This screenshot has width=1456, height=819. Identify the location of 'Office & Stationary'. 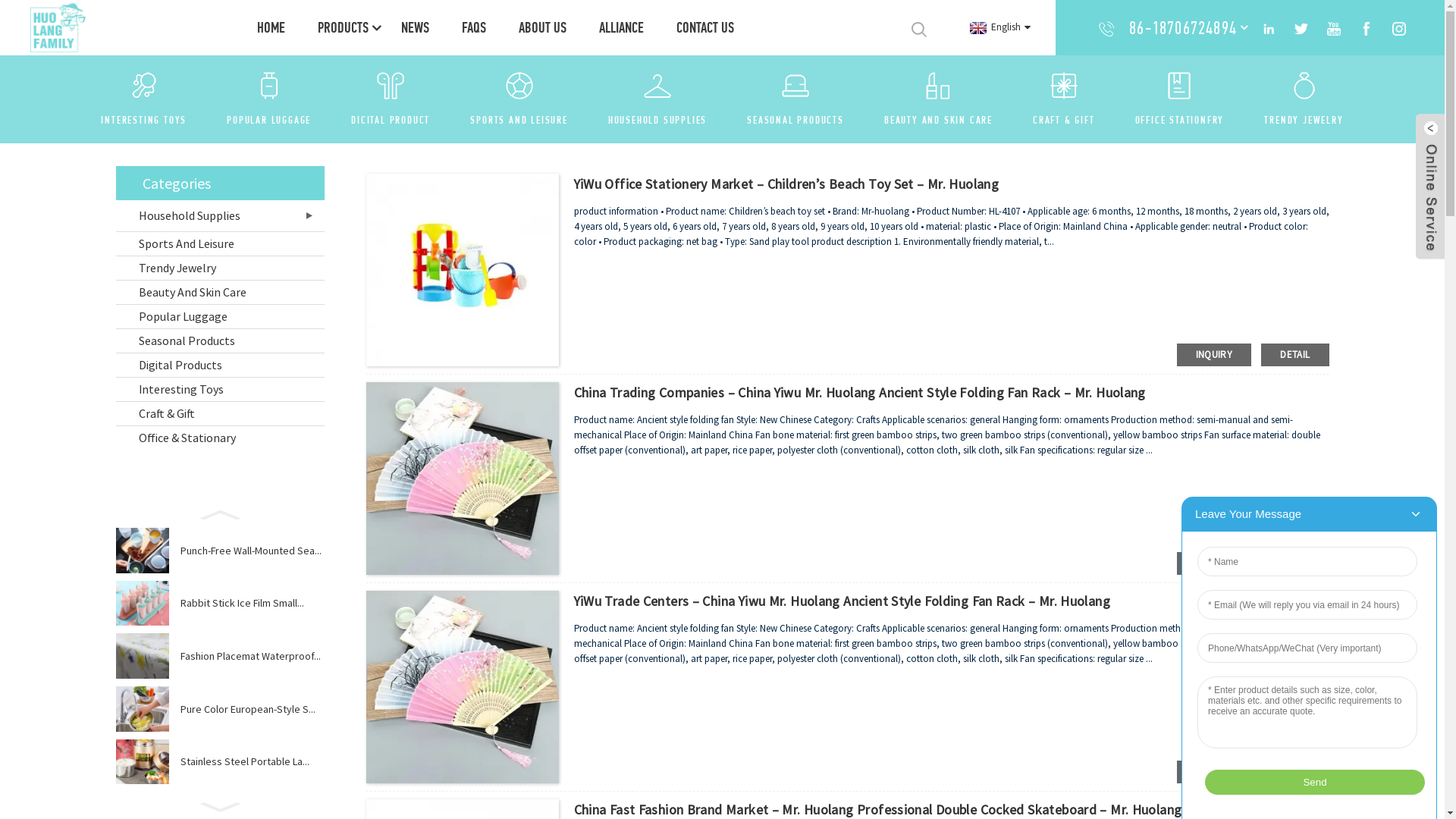
(218, 438).